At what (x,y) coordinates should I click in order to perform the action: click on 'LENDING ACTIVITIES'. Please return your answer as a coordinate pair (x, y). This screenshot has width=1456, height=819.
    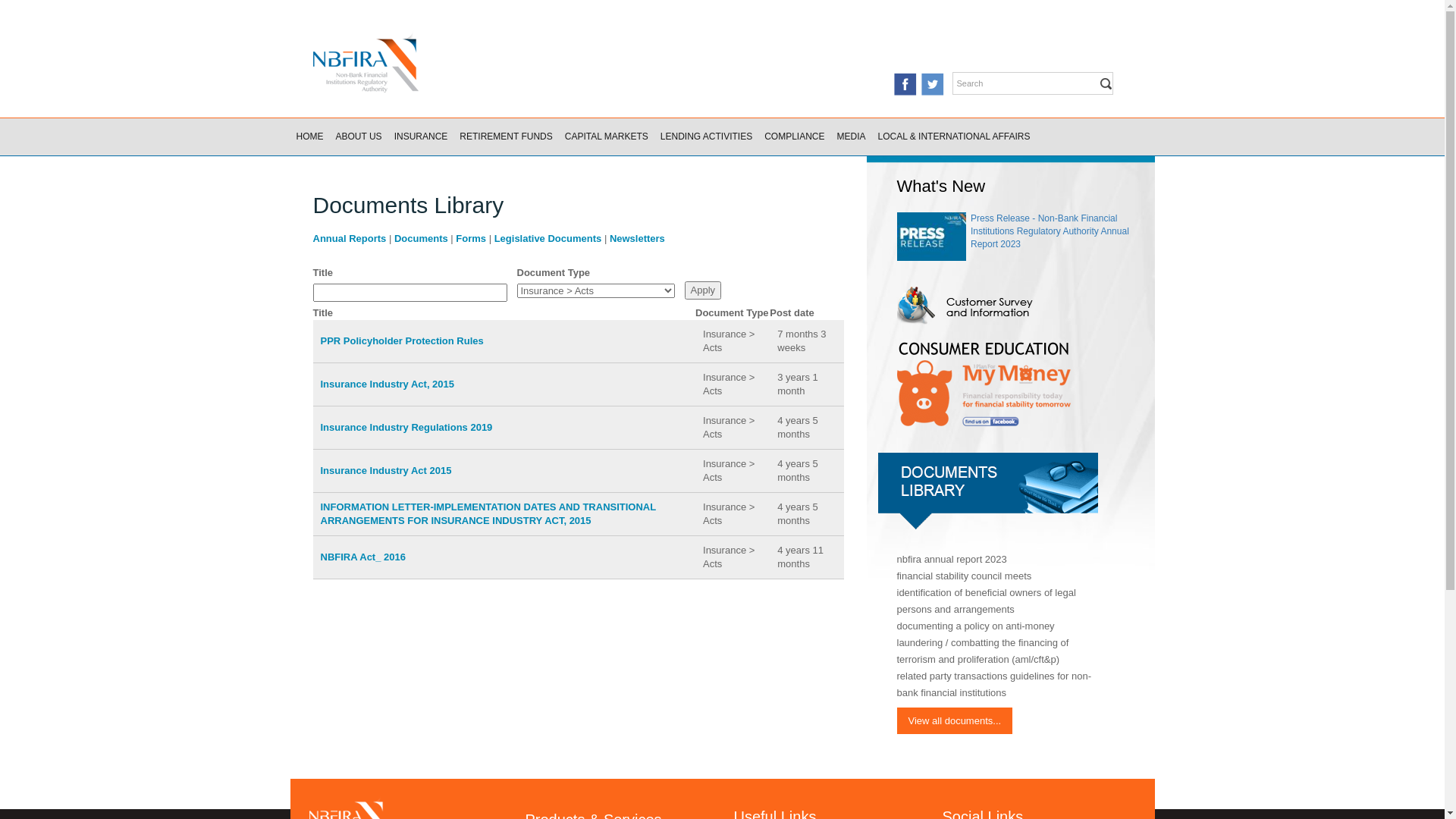
    Looking at the image, I should click on (705, 136).